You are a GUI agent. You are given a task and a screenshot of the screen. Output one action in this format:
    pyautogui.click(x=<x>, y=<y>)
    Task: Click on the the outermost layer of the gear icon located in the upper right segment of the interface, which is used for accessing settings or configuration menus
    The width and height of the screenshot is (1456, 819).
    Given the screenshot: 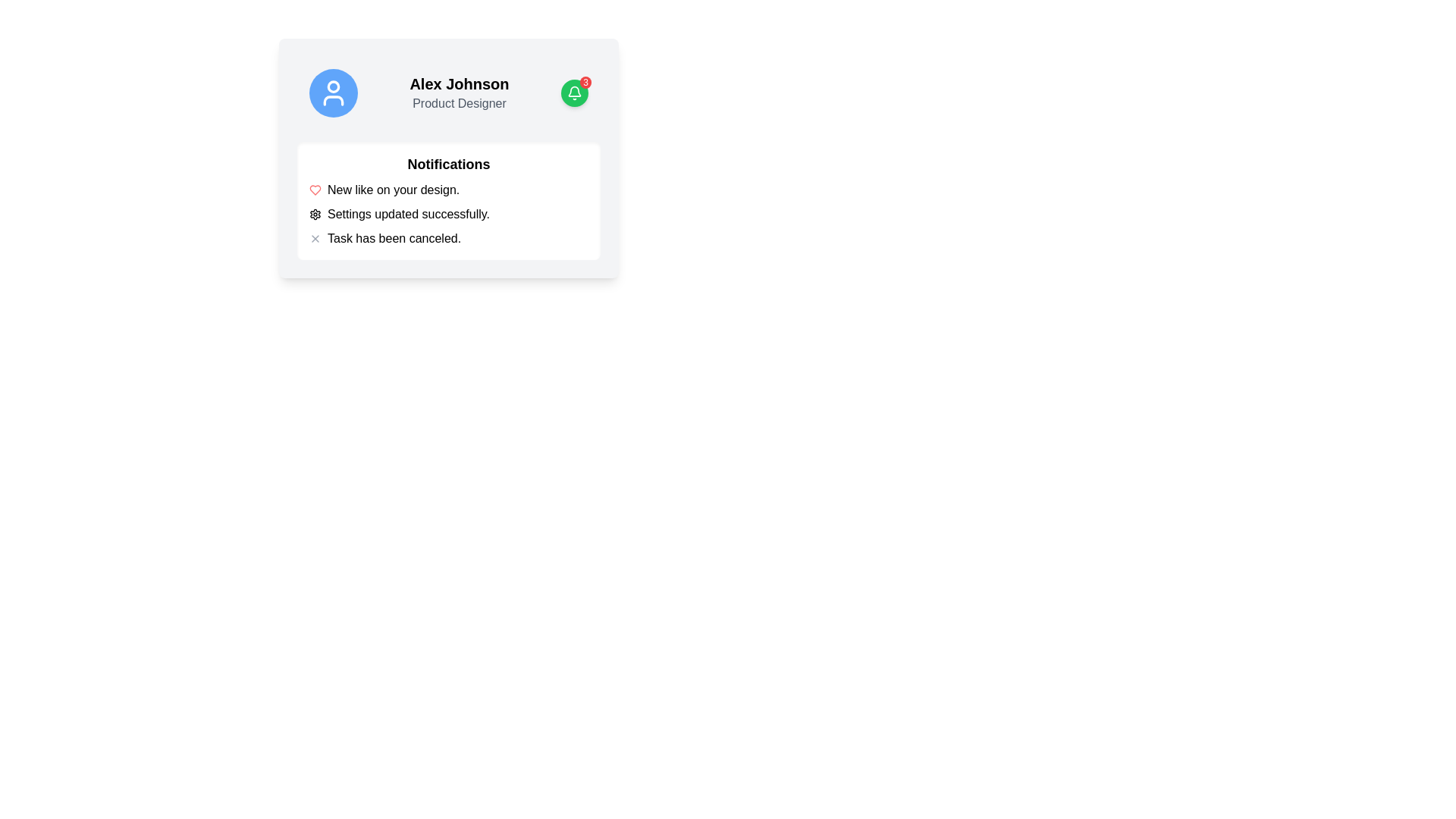 What is the action you would take?
    pyautogui.click(x=315, y=214)
    